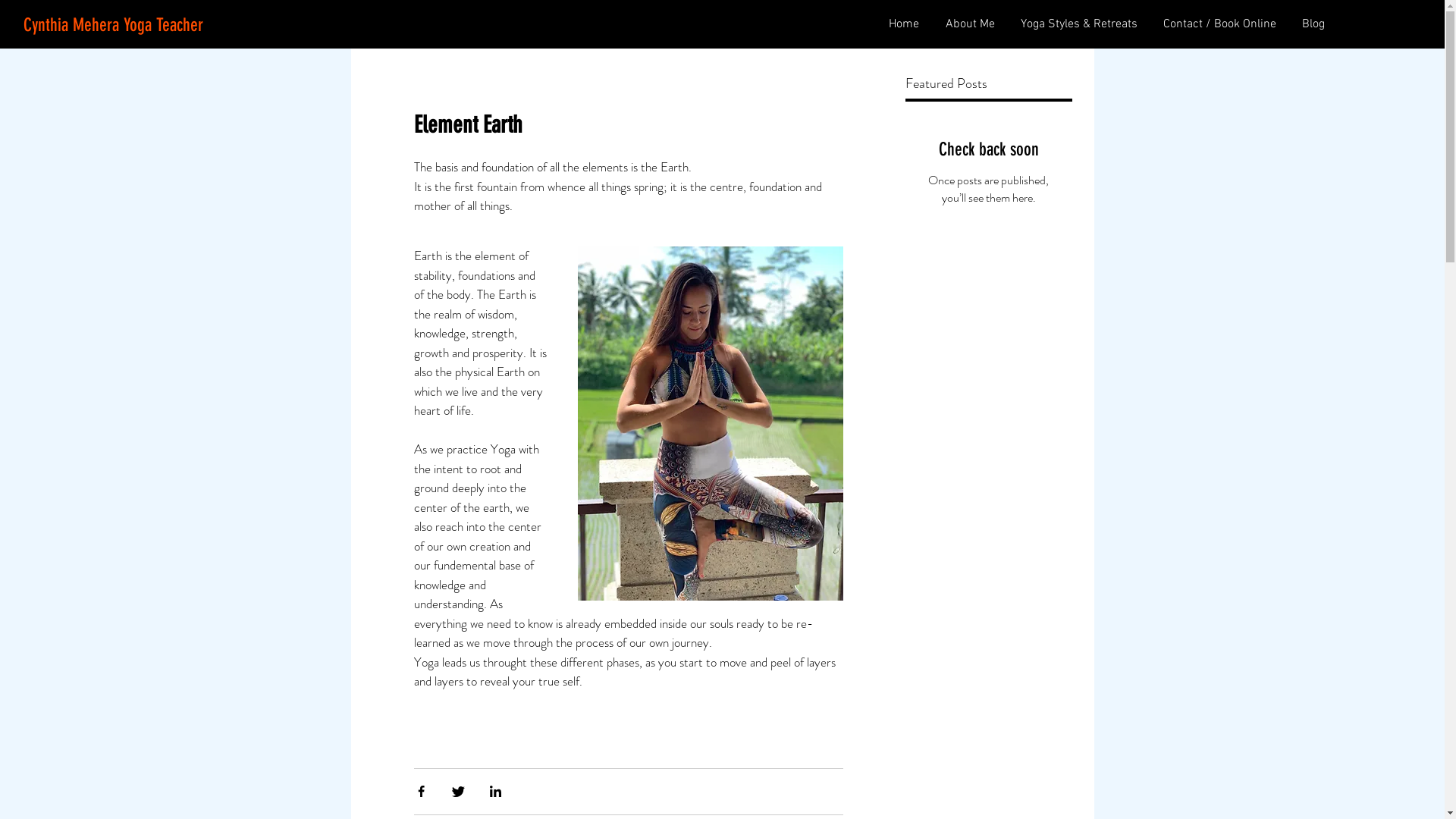  I want to click on 'Cynthia Mehera Yoga Teacher', so click(112, 26).